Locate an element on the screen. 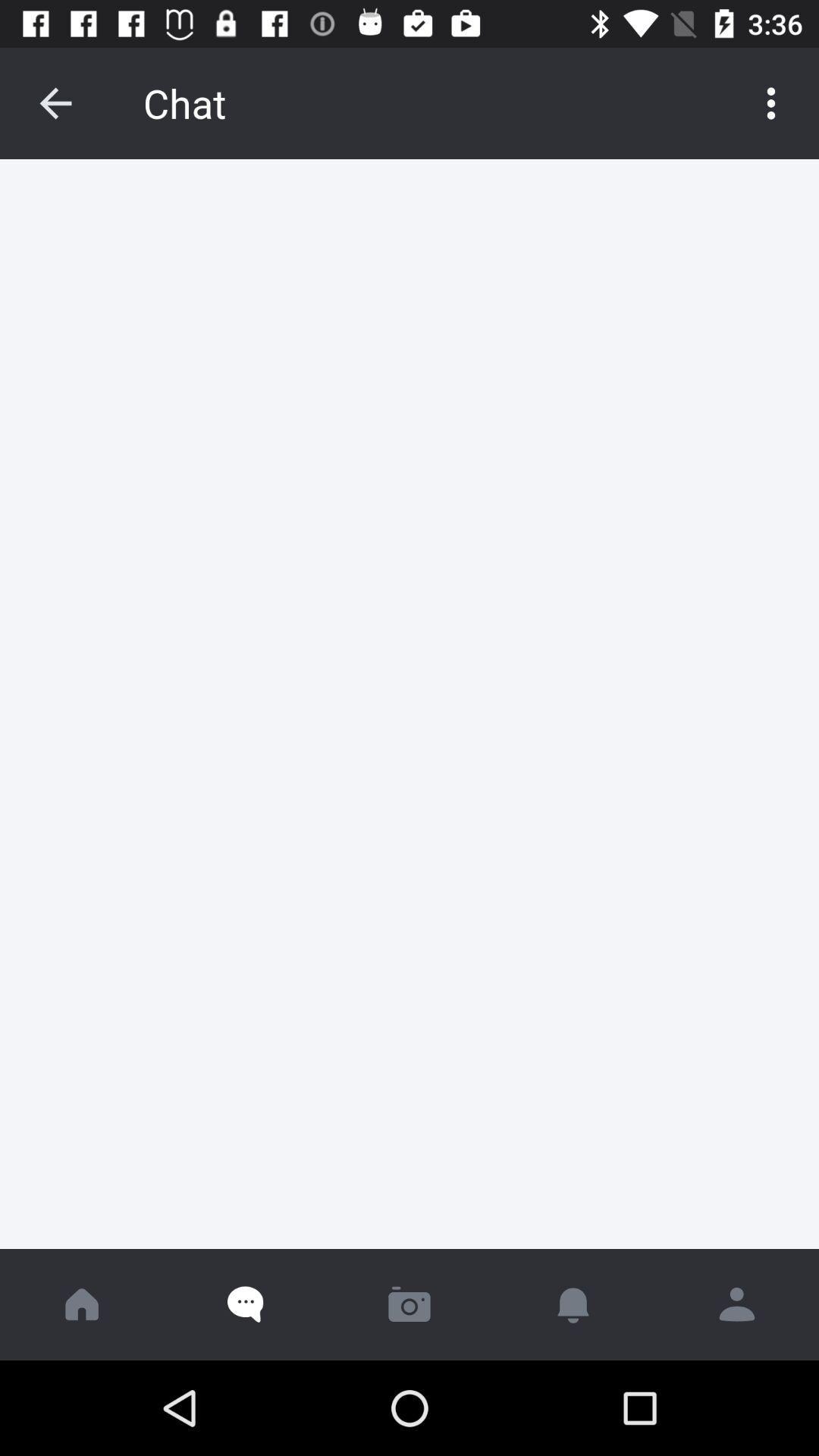  icon next to chat icon is located at coordinates (771, 102).